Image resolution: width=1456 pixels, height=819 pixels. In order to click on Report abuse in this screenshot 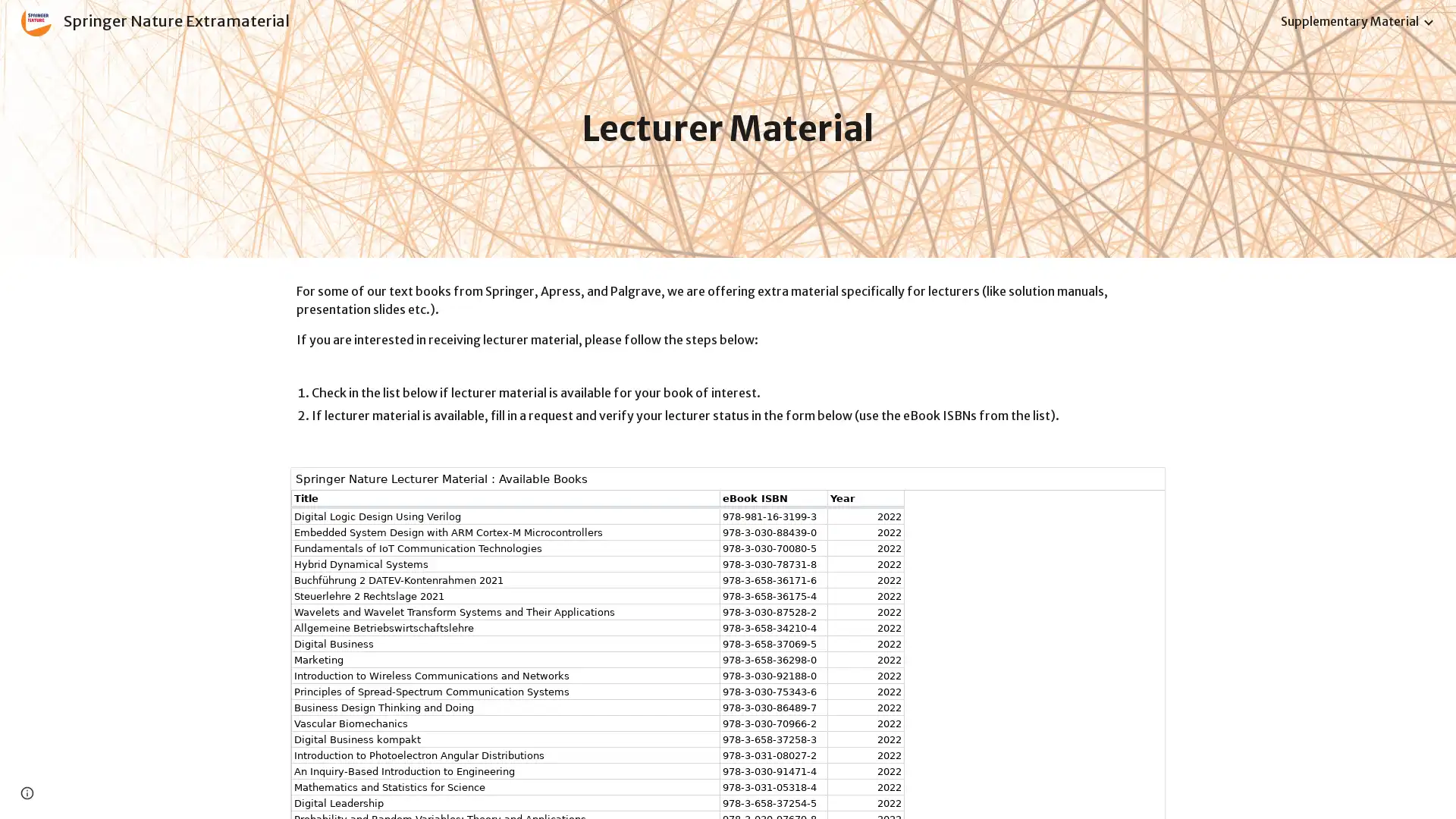, I will do `click(118, 792)`.